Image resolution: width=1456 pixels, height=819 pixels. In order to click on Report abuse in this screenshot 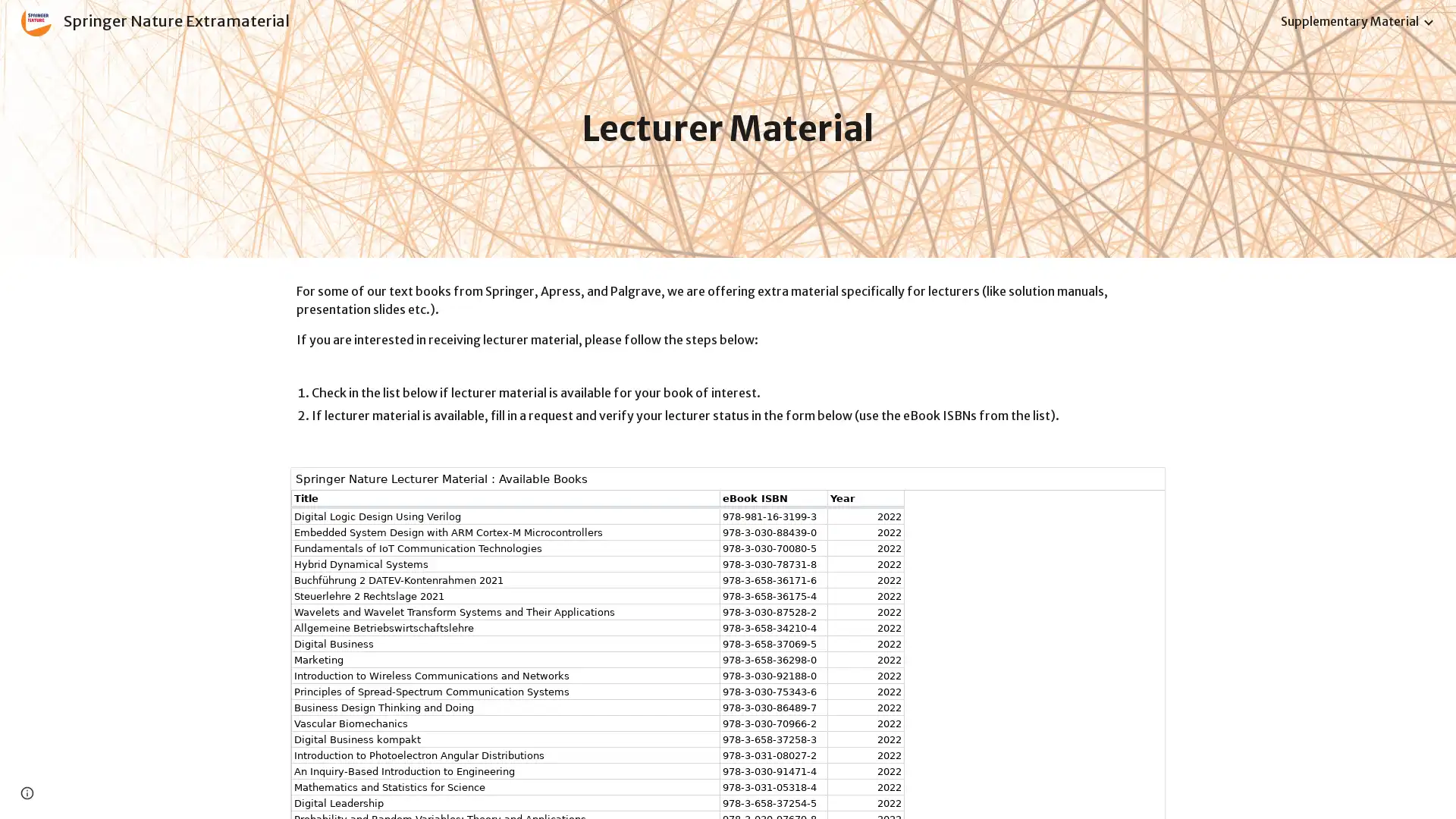, I will do `click(118, 792)`.